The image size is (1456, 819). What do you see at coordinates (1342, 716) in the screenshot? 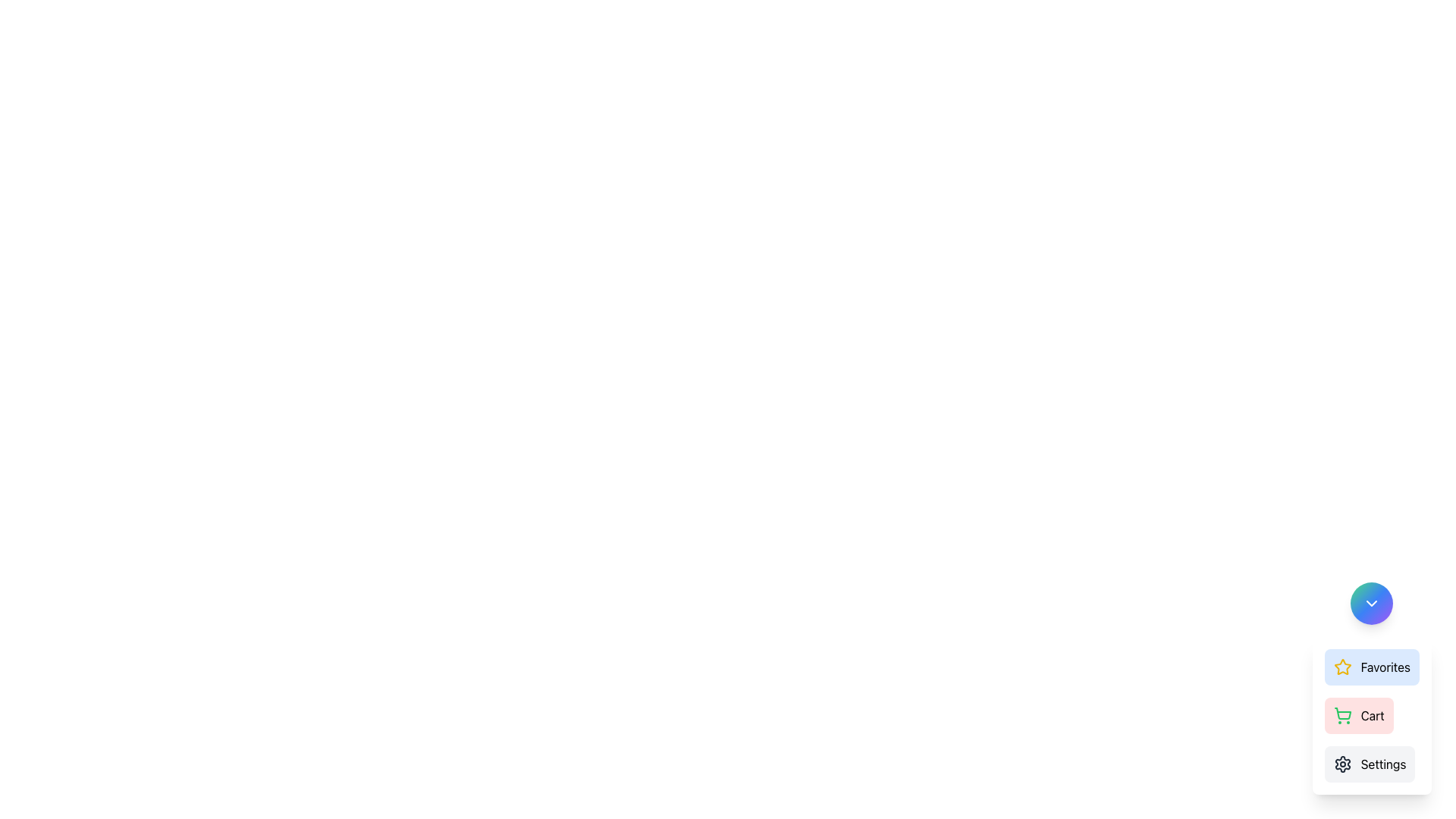
I see `the shopping cart icon located to the left of the 'Cart' label in the vertical dropdown menu` at bounding box center [1342, 716].